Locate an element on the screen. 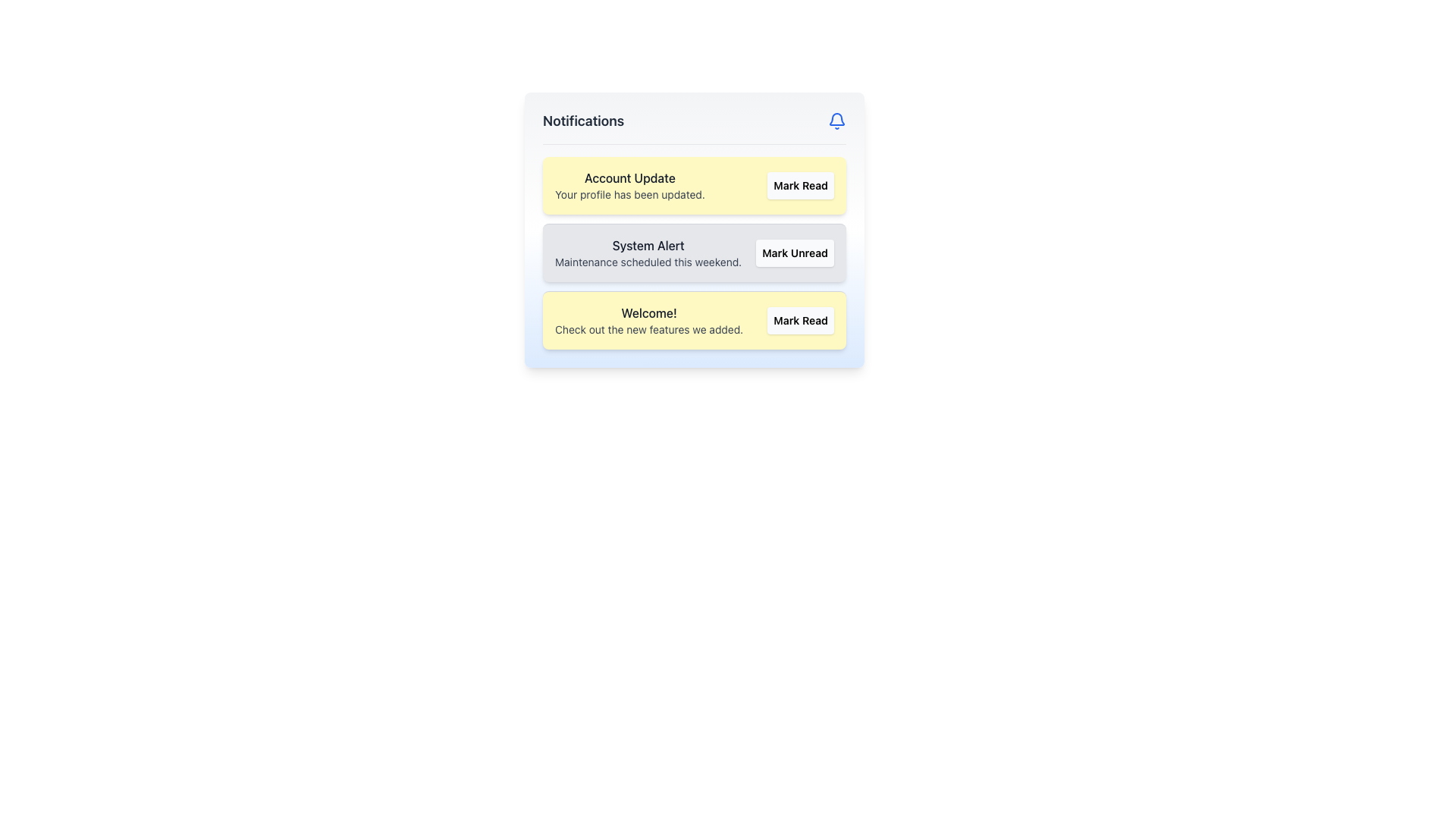  static text block that provides supplementary information or updates, located directly under the 'Welcome!' text in the third notification card from the top is located at coordinates (649, 329).